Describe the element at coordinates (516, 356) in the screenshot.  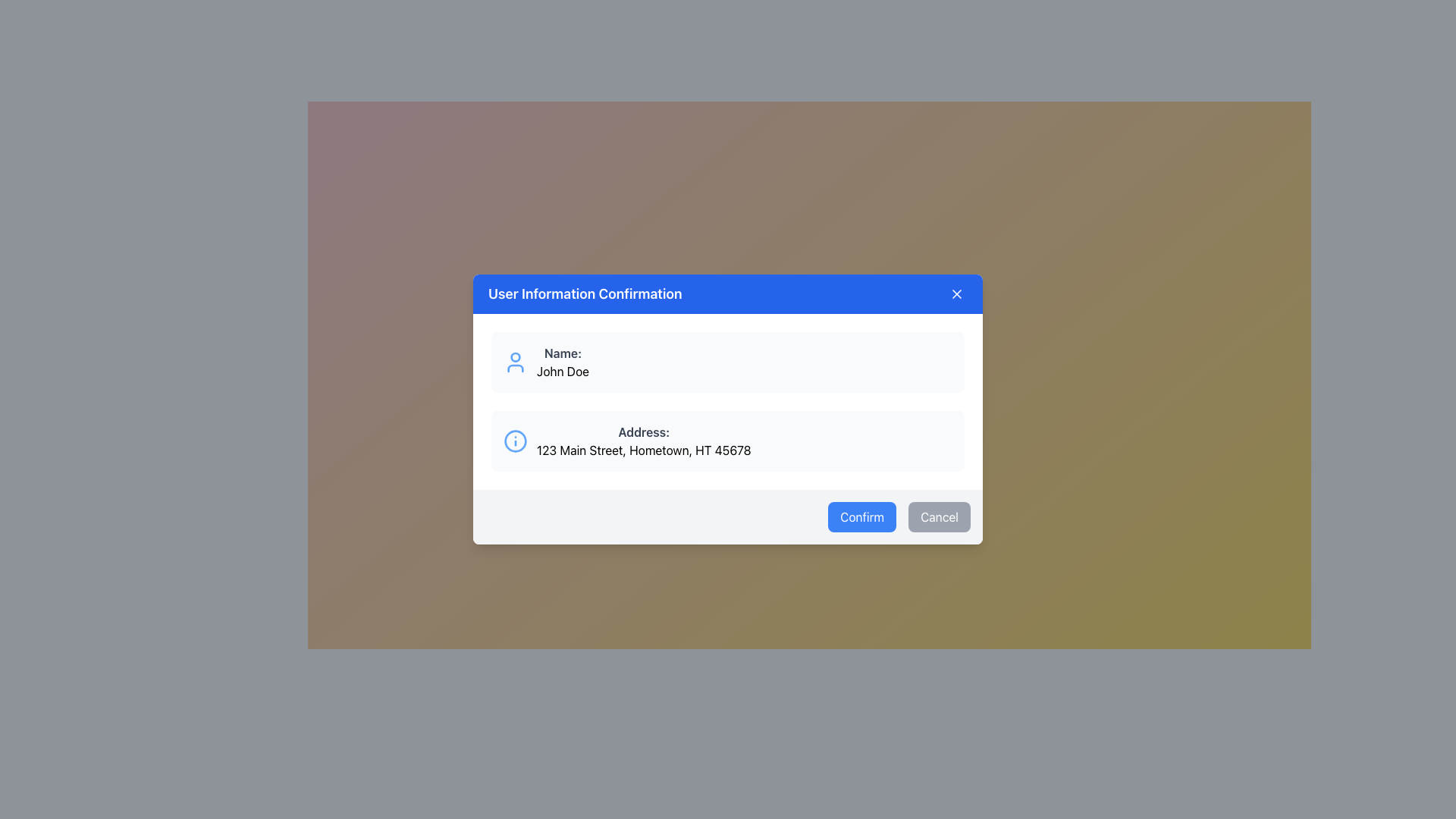
I see `the blue circular decorative graphic representing the user's profile picture, located to the left of 'John Doe' in the 'User Information Confirmation' card` at that location.